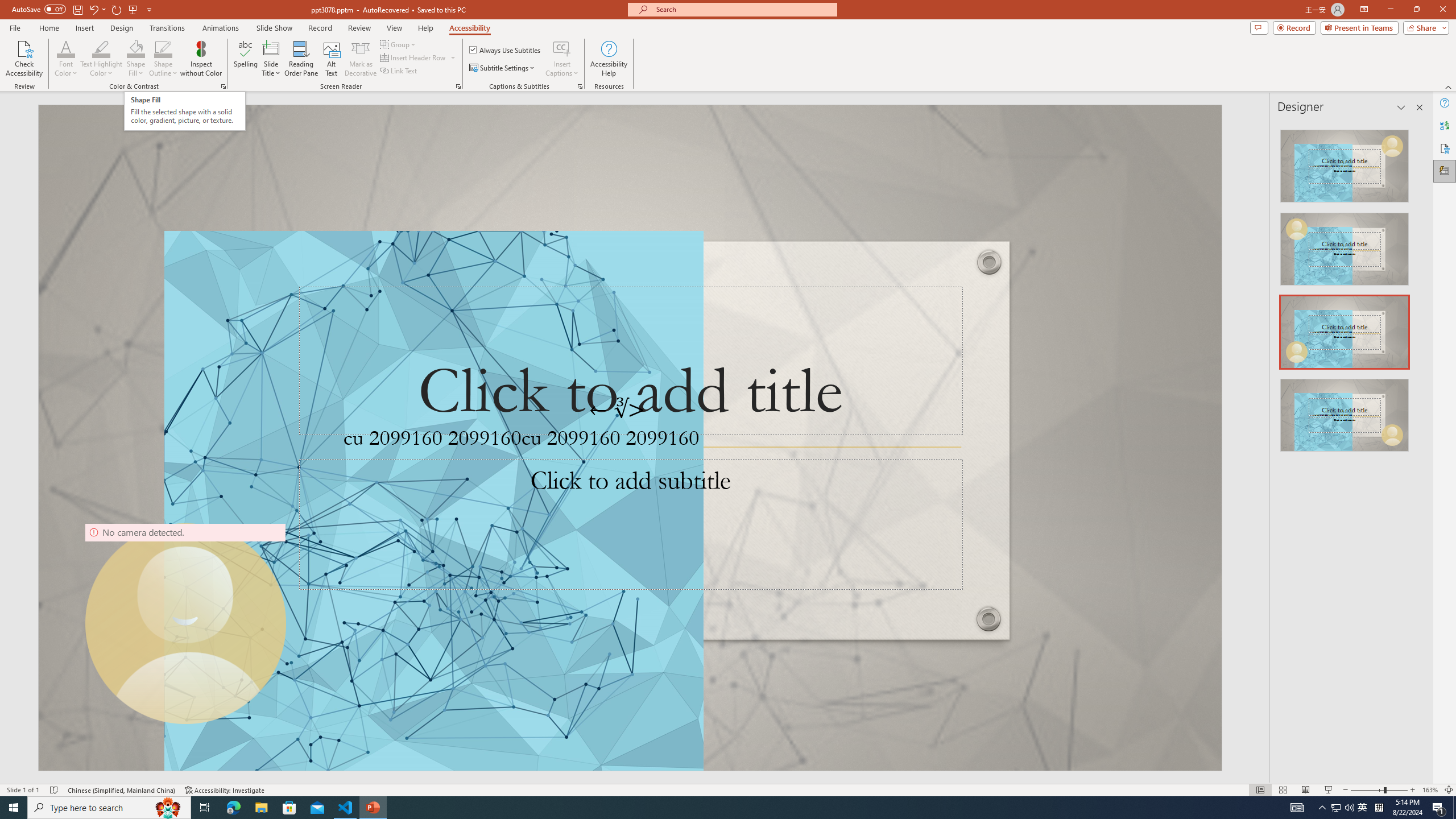 This screenshot has width=1456, height=819. I want to click on 'Link Text', so click(399, 69).